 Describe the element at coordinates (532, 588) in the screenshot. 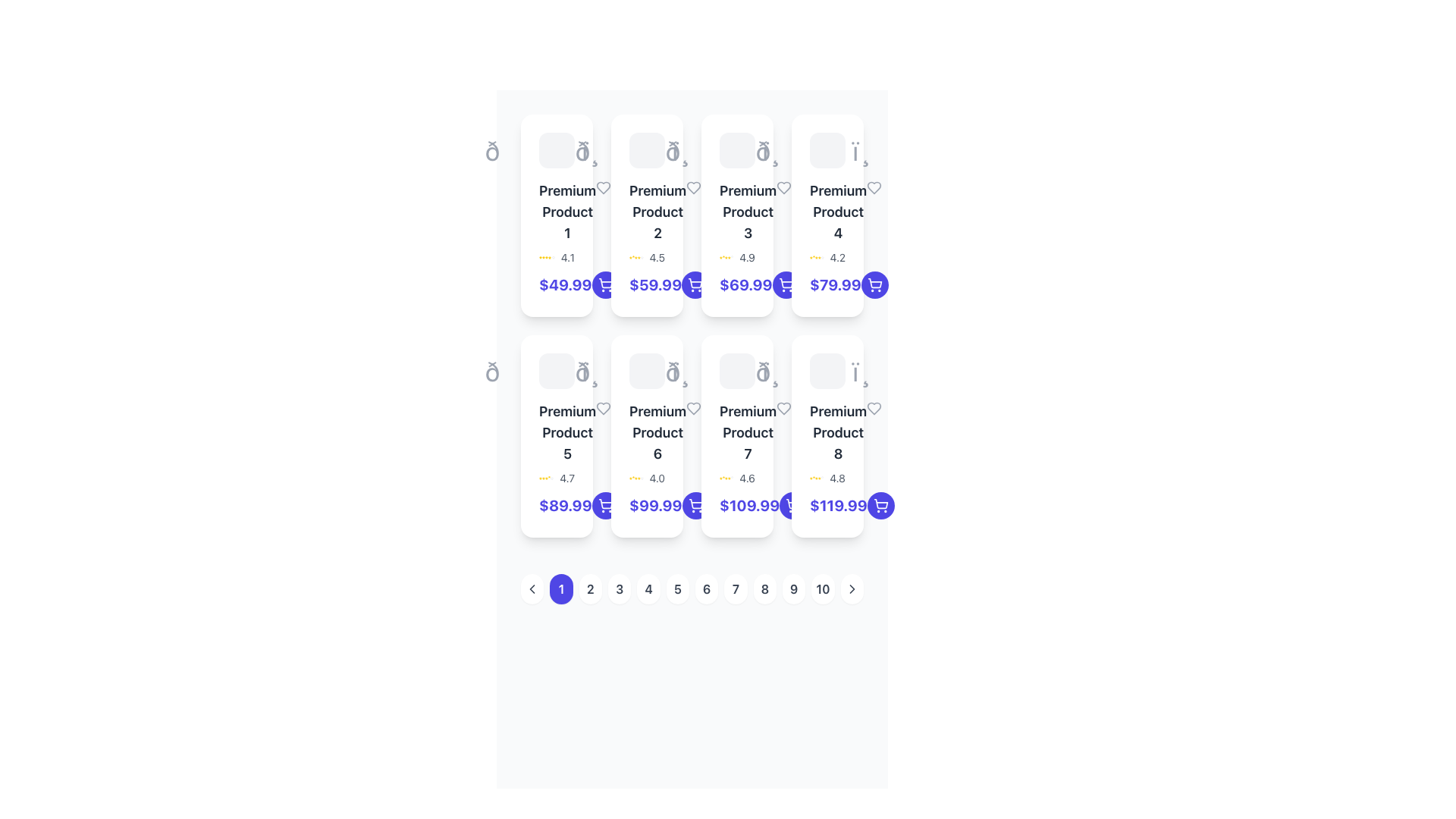

I see `the leftward-pointing chevron icon located in the bottom navigation area` at that location.